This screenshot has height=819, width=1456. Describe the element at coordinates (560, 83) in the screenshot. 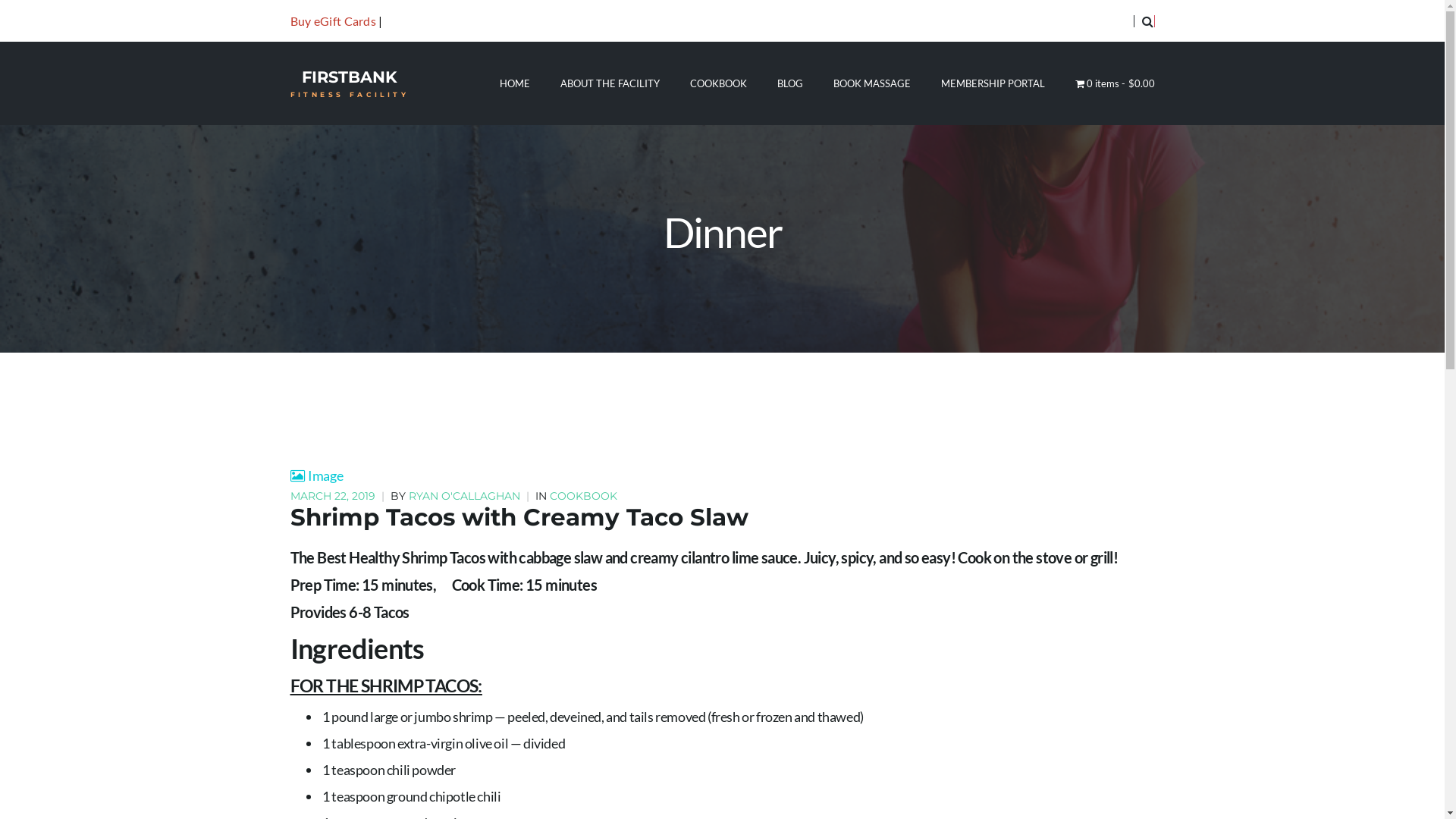

I see `'ABOUT THE FACILITY'` at that location.